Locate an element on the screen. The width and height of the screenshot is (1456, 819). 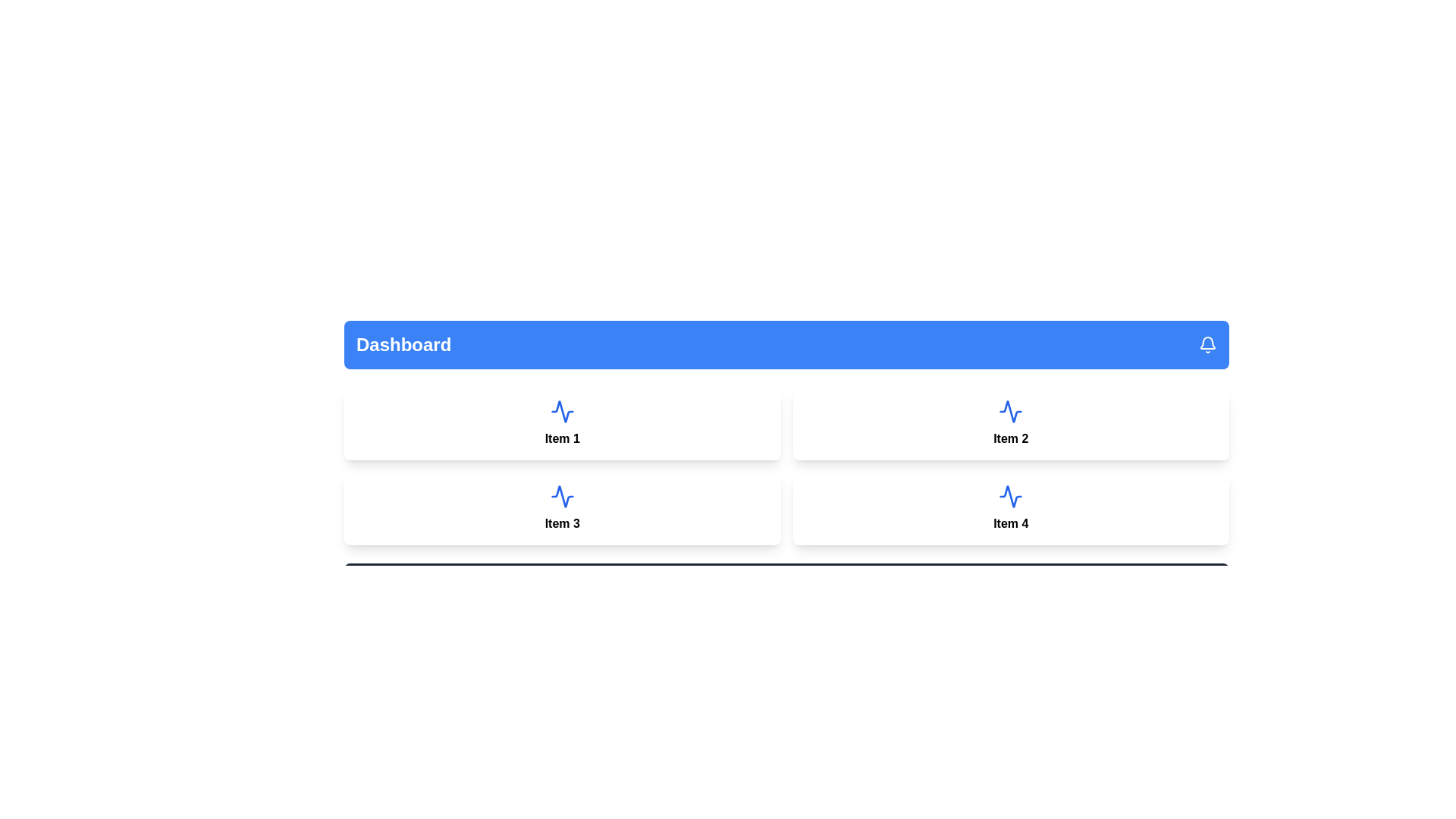
the Display card identified by the blue wave icon and the text 'Item 2', located in the second column of the top row in the grid layout is located at coordinates (1011, 424).